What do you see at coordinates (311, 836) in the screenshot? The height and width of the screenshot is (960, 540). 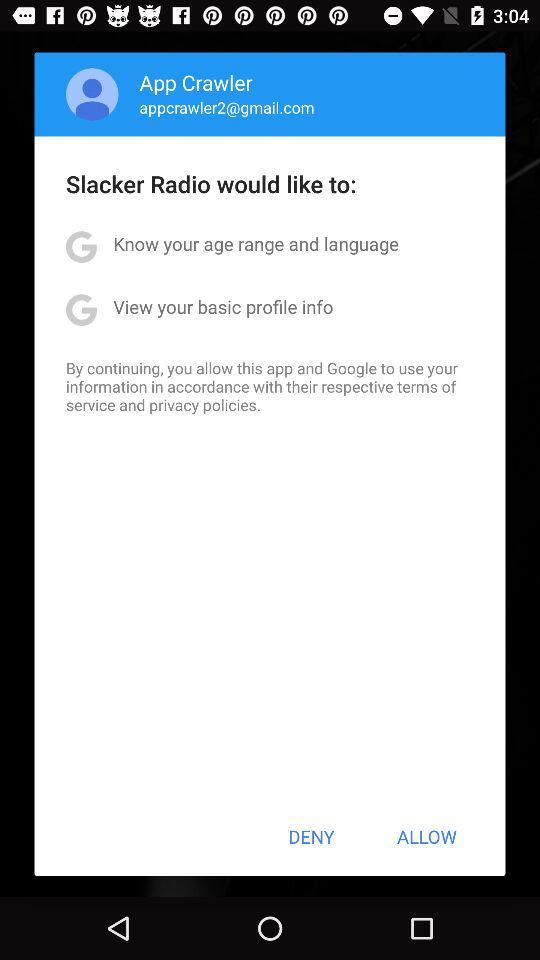 I see `the deny button` at bounding box center [311, 836].